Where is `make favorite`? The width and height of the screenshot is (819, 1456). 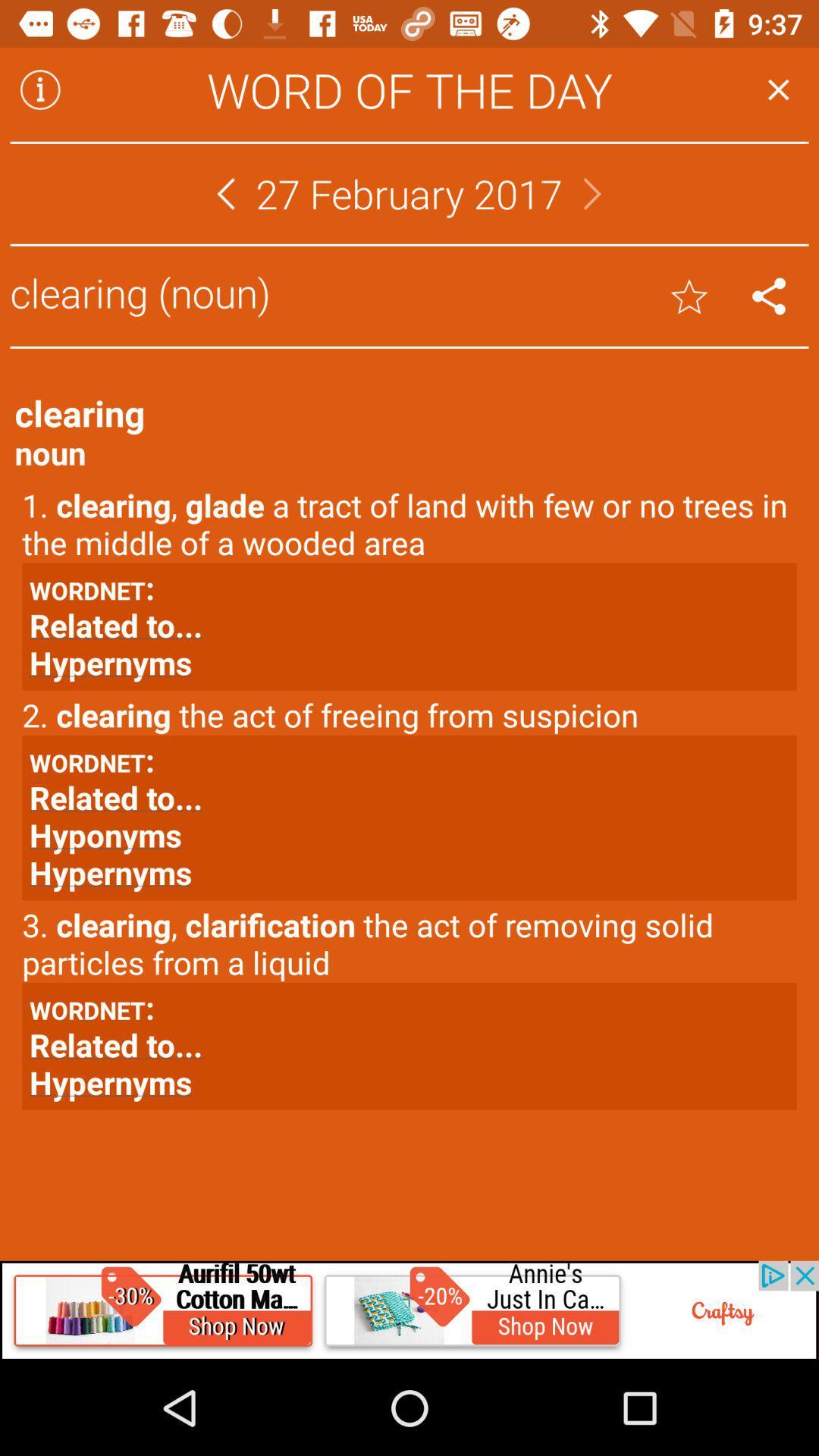
make favorite is located at coordinates (689, 296).